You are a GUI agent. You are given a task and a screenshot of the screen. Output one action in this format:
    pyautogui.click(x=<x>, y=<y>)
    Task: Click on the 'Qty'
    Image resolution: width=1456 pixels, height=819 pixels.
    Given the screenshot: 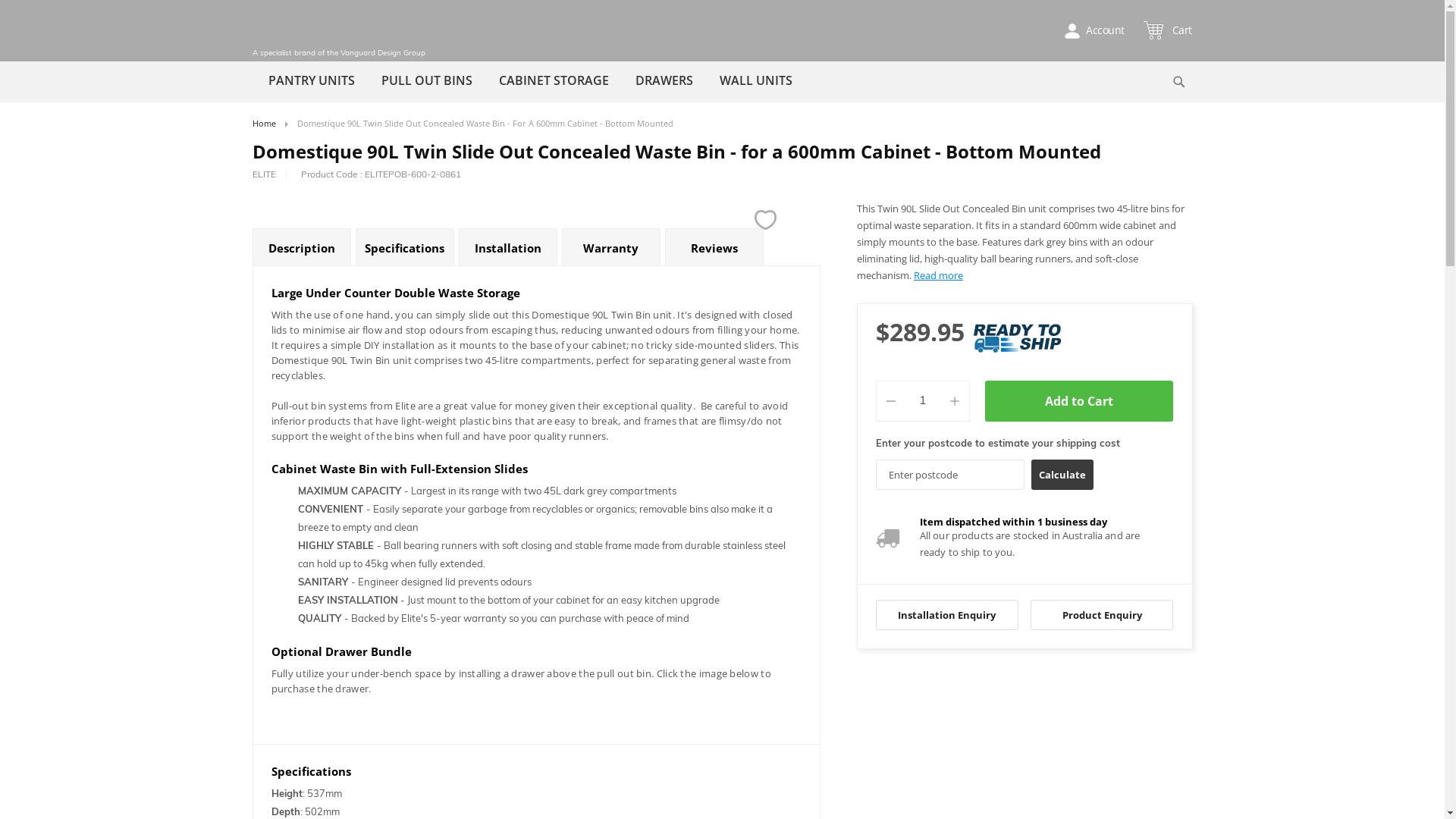 What is the action you would take?
    pyautogui.click(x=922, y=400)
    